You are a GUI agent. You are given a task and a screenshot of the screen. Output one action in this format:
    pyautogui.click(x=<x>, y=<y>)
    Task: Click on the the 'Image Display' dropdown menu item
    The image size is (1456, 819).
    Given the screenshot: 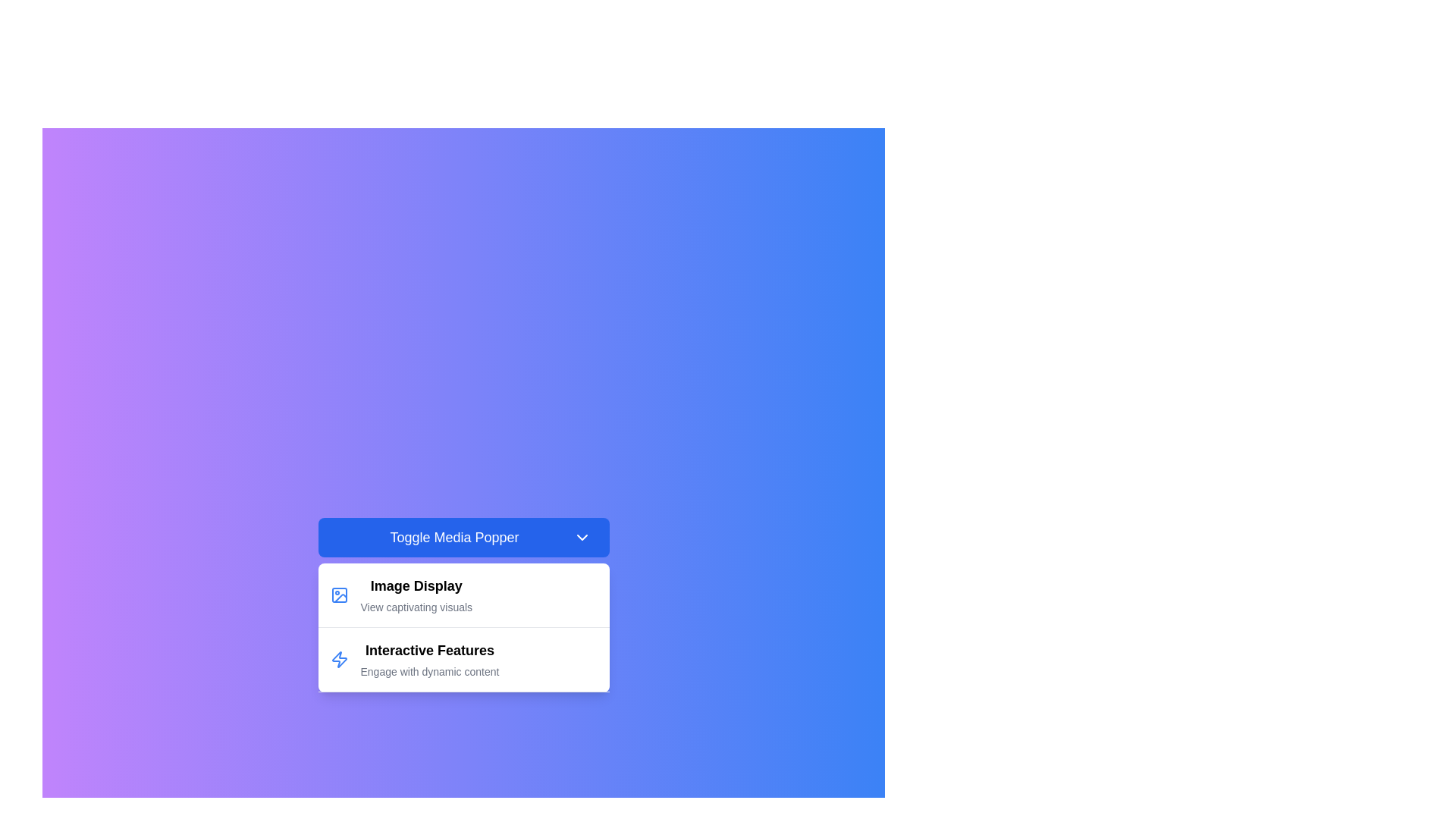 What is the action you would take?
    pyautogui.click(x=463, y=595)
    